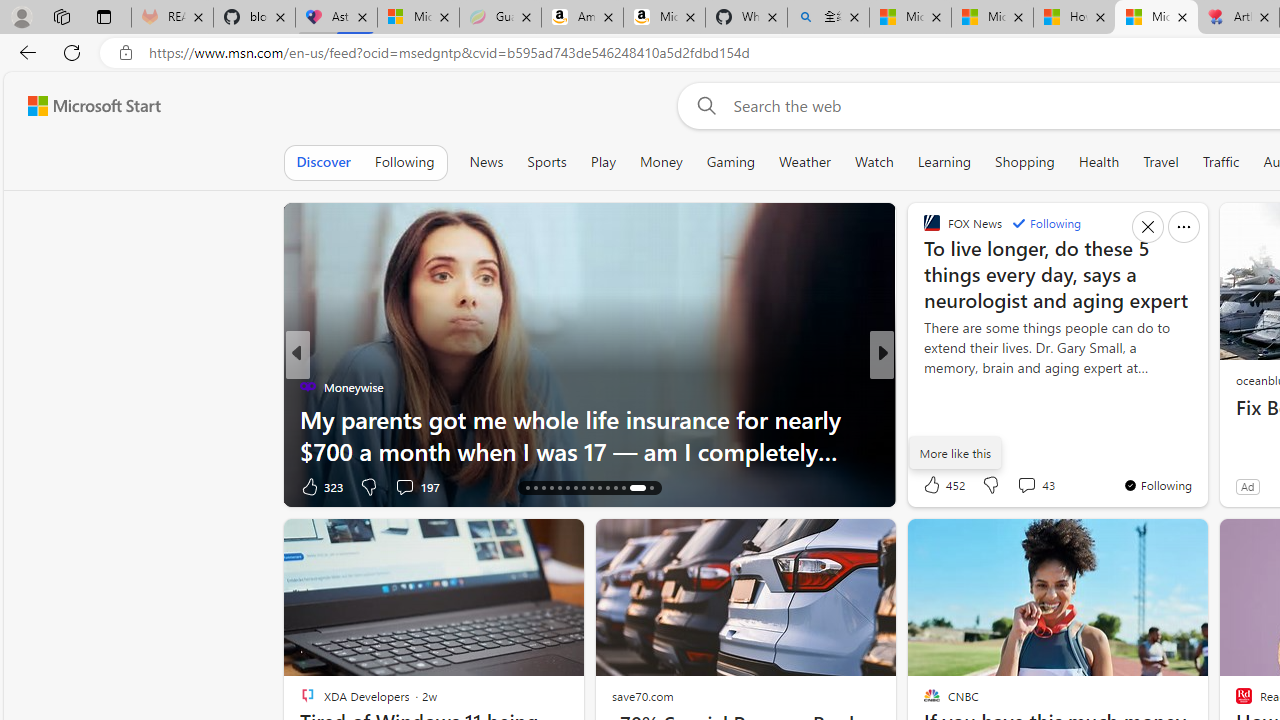 Image resolution: width=1280 pixels, height=720 pixels. Describe the element at coordinates (528, 488) in the screenshot. I see `'AutomationID: tab-16'` at that location.